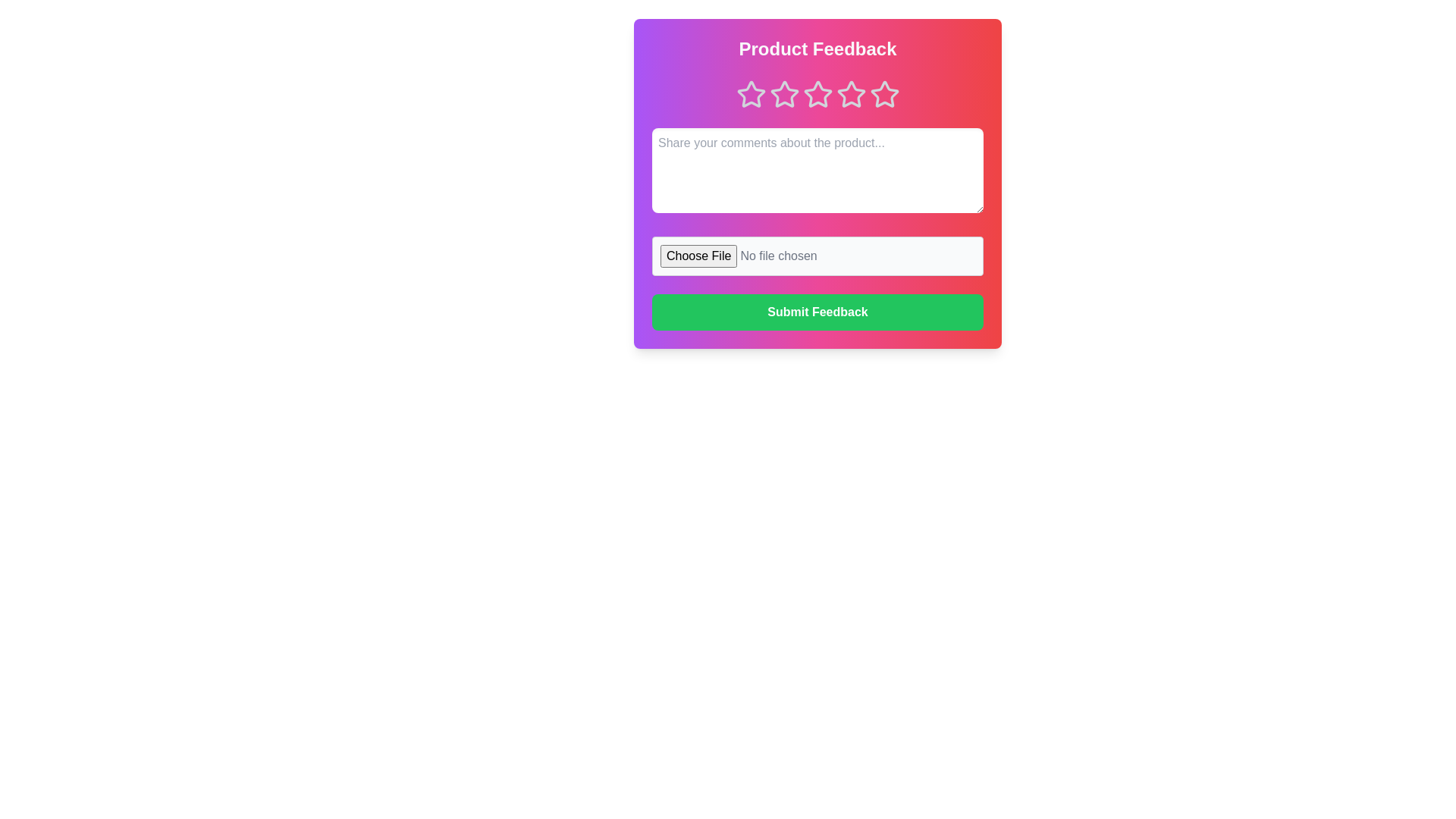 The image size is (1456, 819). Describe the element at coordinates (784, 94) in the screenshot. I see `the second star in the rating interface` at that location.